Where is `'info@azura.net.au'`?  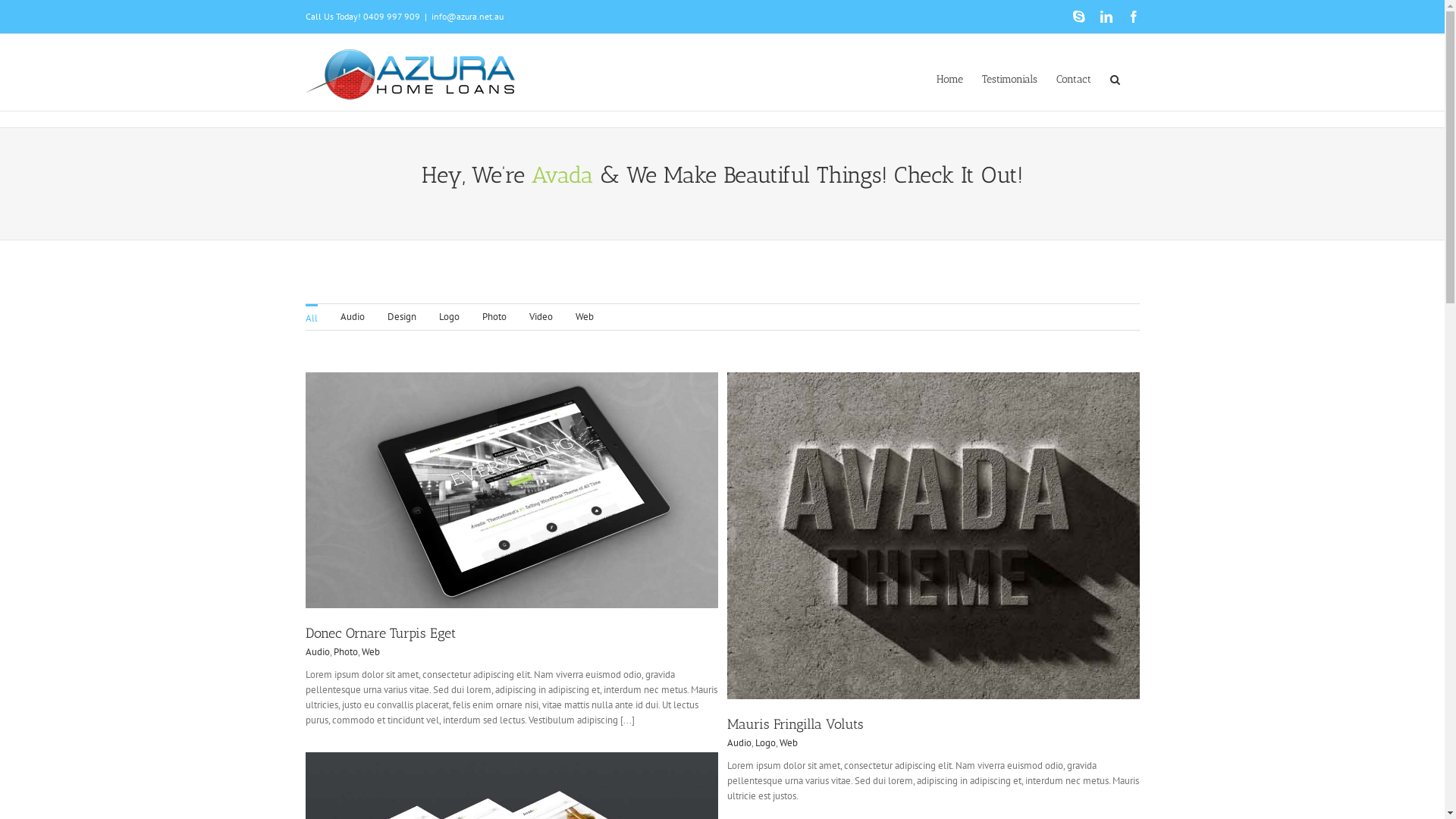 'info@azura.net.au' is located at coordinates (466, 16).